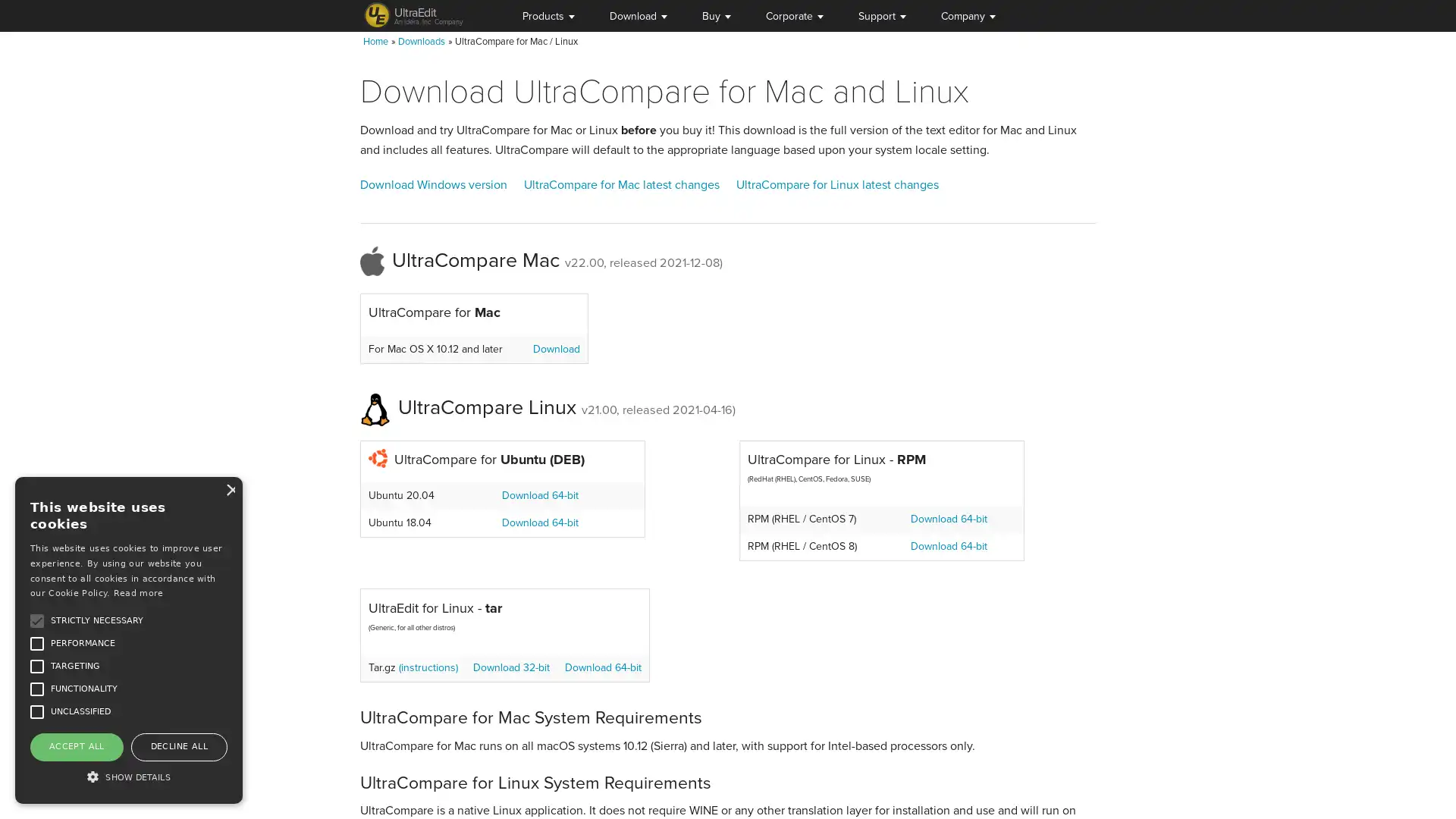  What do you see at coordinates (128, 776) in the screenshot?
I see `SHOW DETAILS` at bounding box center [128, 776].